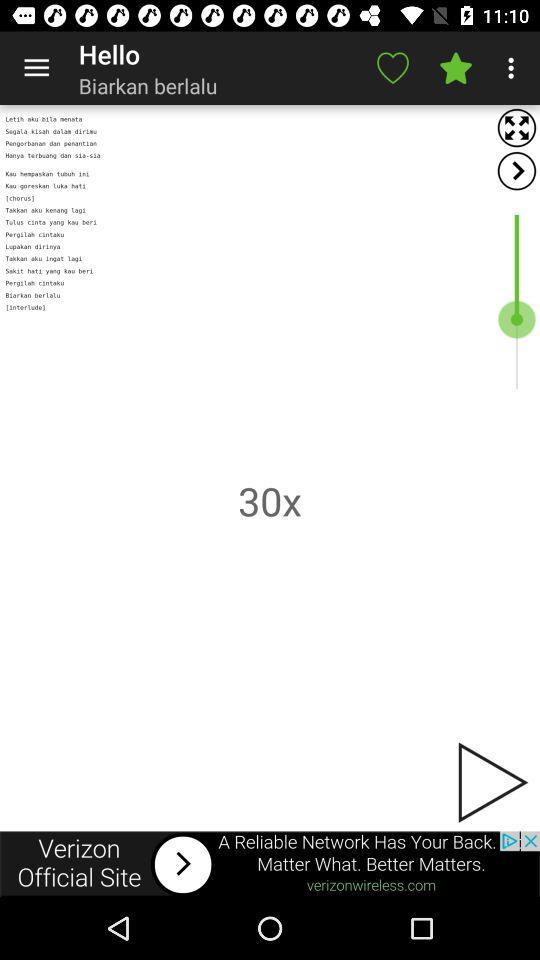  What do you see at coordinates (270, 863) in the screenshot?
I see `click verizon advertisement` at bounding box center [270, 863].